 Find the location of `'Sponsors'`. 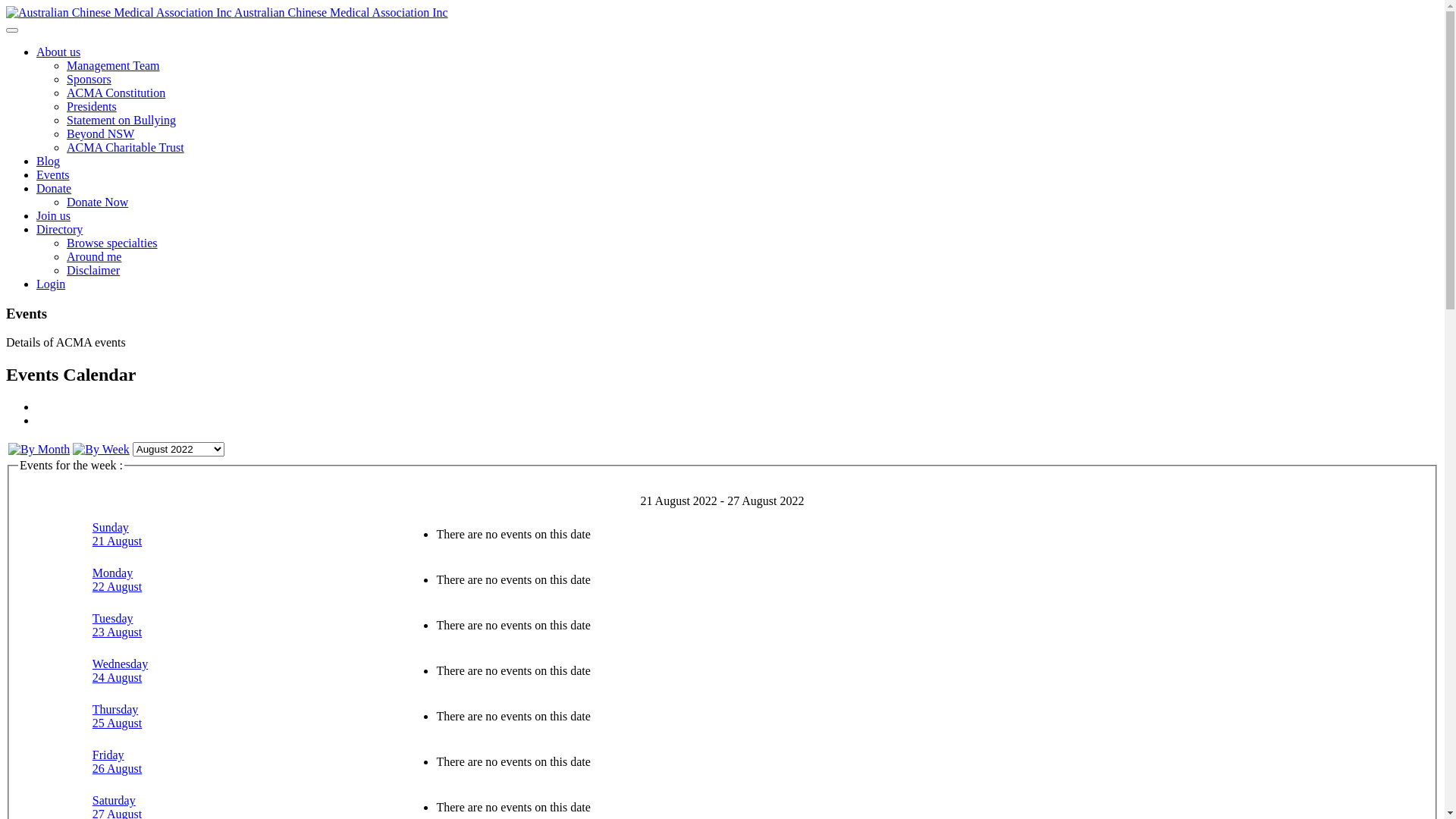

'Sponsors' is located at coordinates (88, 79).